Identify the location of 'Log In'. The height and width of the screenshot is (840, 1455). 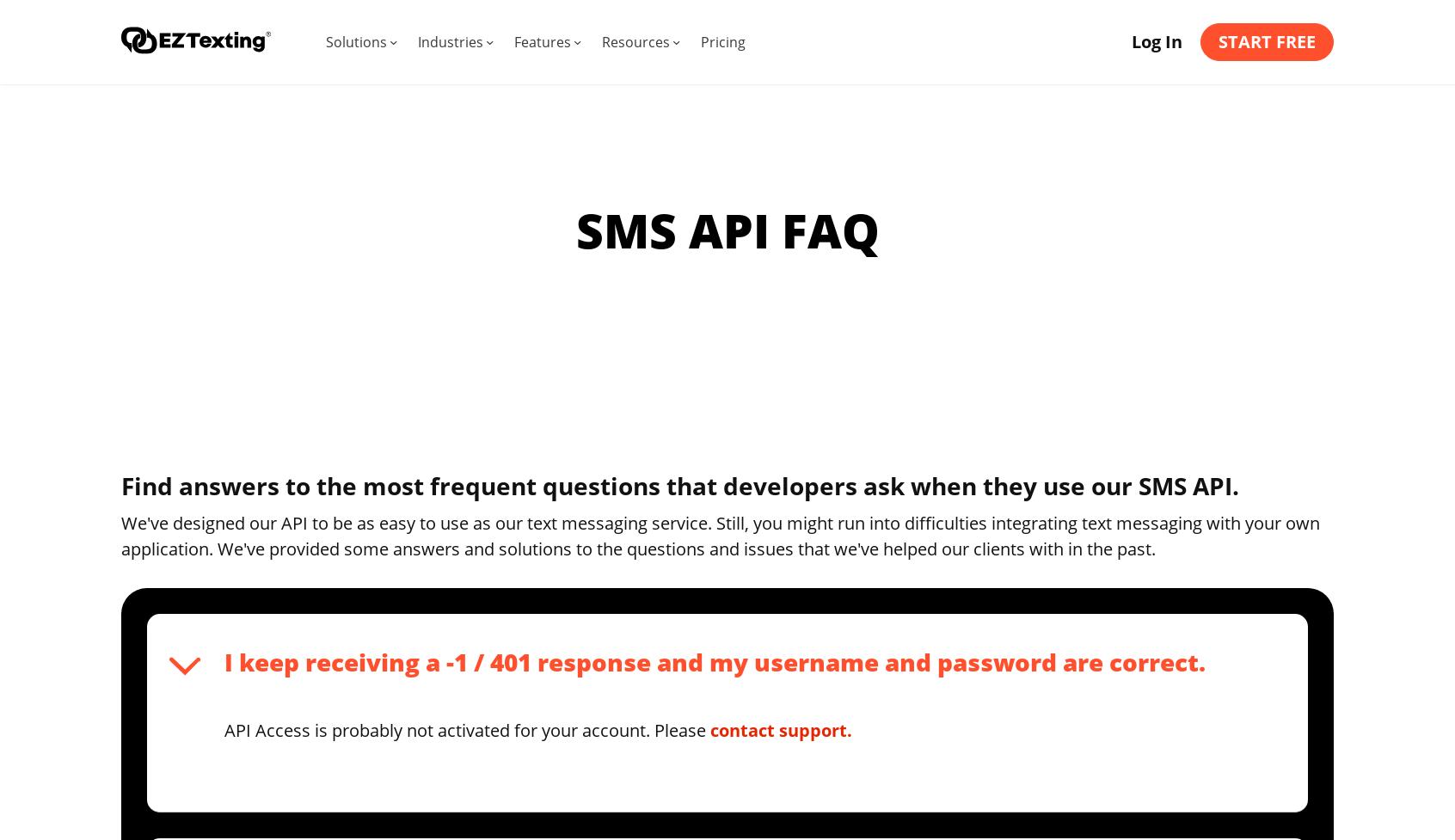
(1157, 41).